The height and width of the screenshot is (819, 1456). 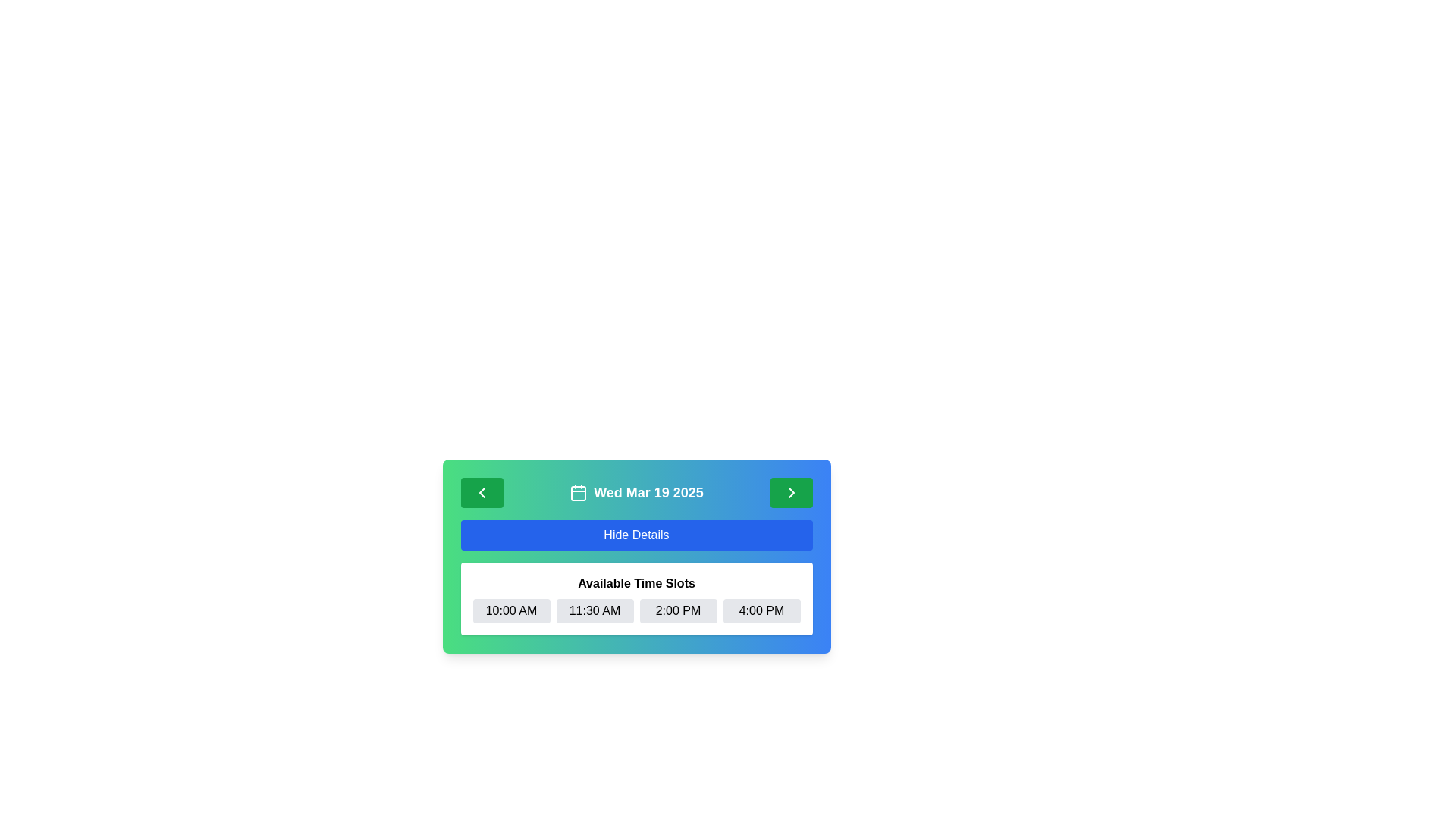 What do you see at coordinates (790, 493) in the screenshot?
I see `the small green circular button located in the top-right corner of the interface` at bounding box center [790, 493].